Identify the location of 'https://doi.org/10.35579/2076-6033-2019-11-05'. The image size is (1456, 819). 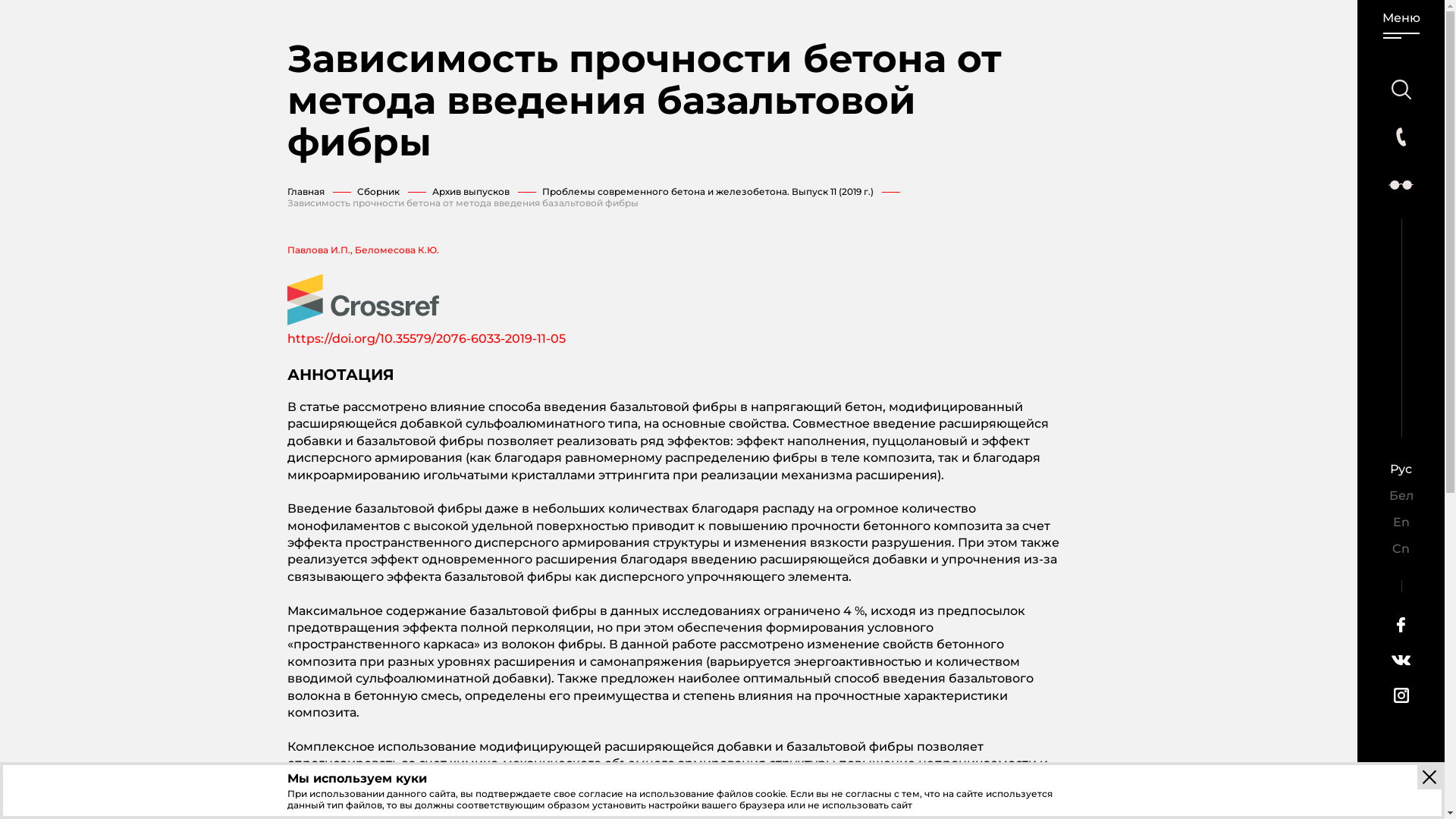
(425, 337).